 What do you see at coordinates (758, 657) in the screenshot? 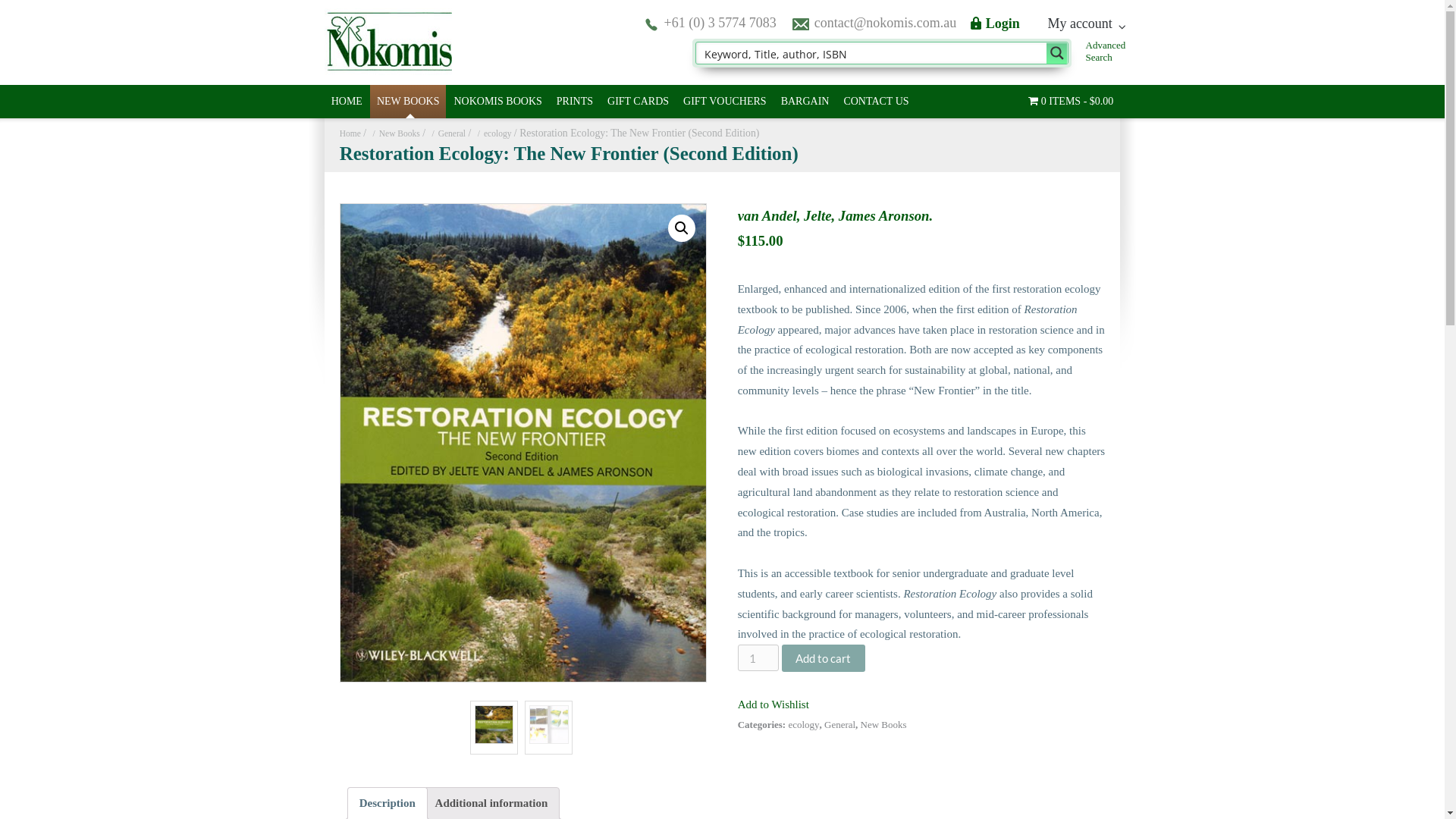
I see `'Qty'` at bounding box center [758, 657].